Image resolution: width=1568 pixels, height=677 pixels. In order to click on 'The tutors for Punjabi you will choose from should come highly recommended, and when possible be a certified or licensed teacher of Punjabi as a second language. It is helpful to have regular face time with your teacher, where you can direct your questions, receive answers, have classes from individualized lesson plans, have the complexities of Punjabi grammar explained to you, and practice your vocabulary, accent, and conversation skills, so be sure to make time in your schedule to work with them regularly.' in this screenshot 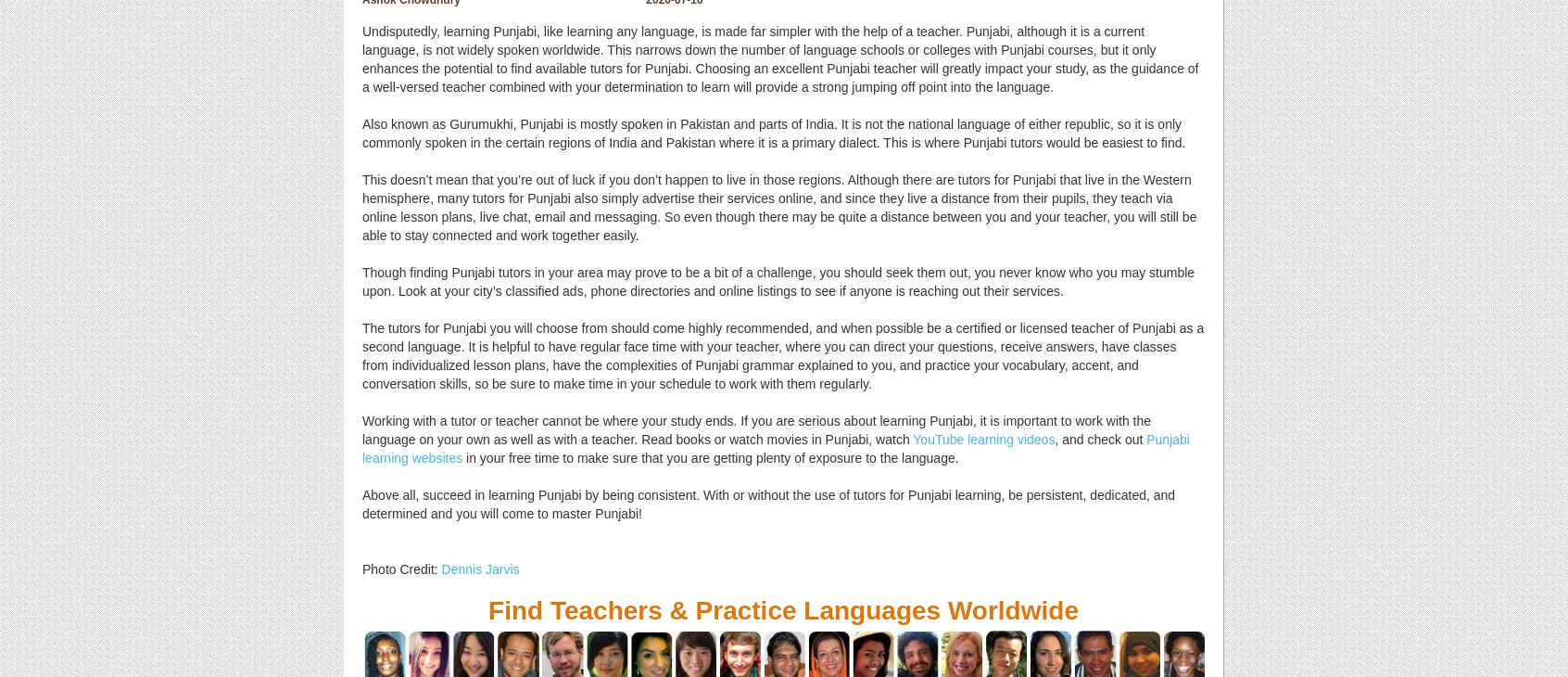, I will do `click(782, 354)`.